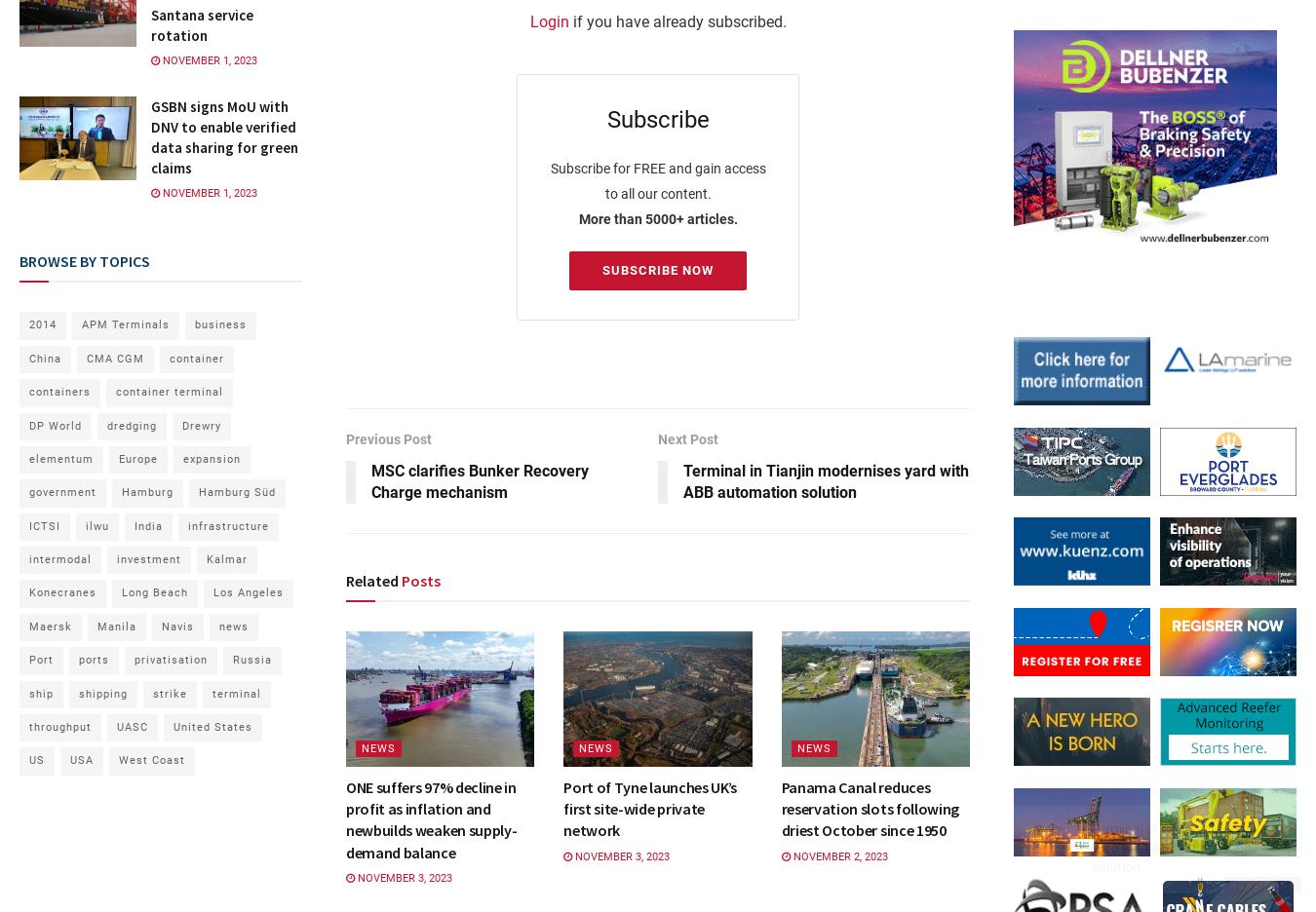 This screenshot has width=1316, height=912. What do you see at coordinates (35, 760) in the screenshot?
I see `'US'` at bounding box center [35, 760].